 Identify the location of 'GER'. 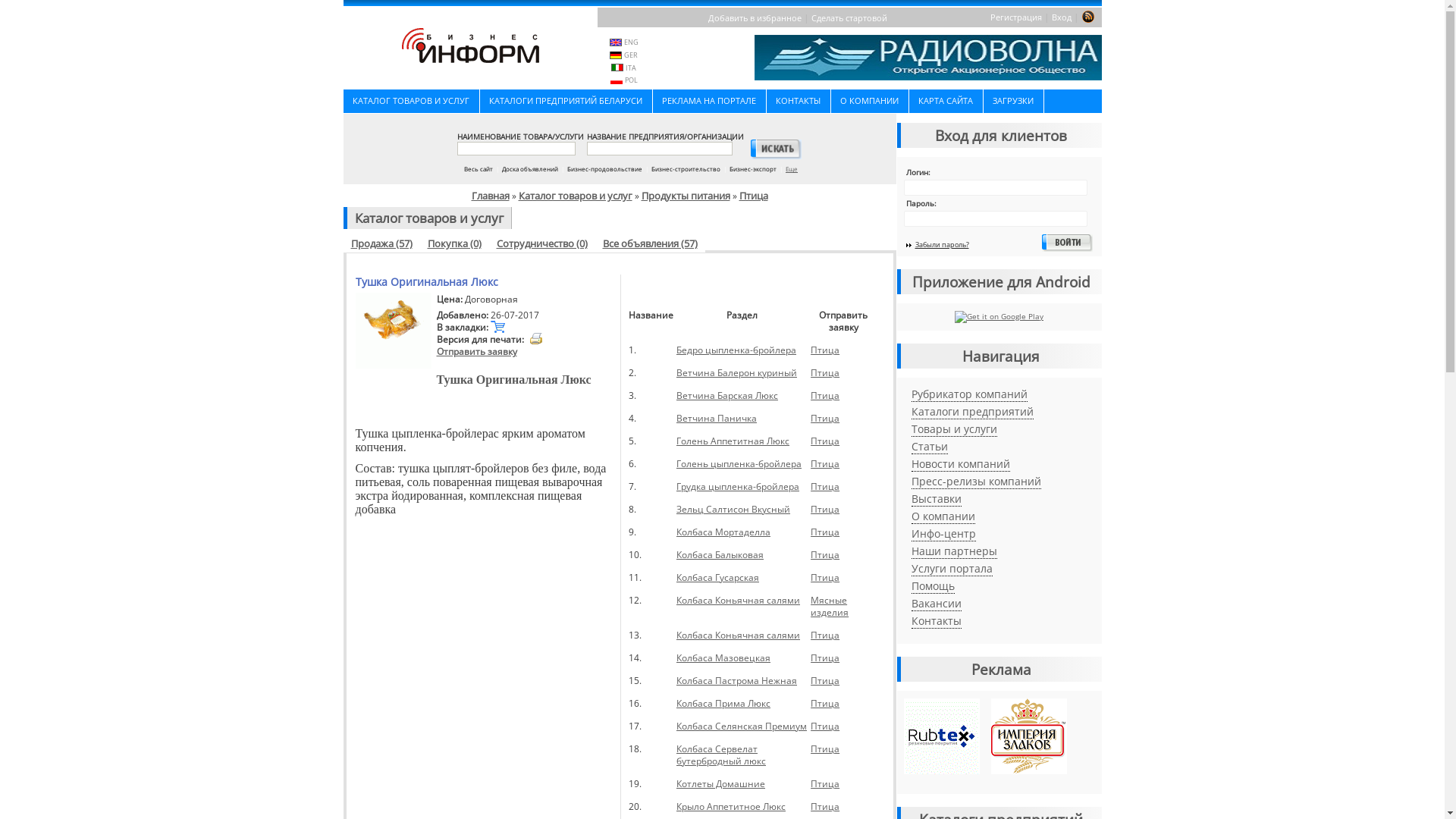
(630, 54).